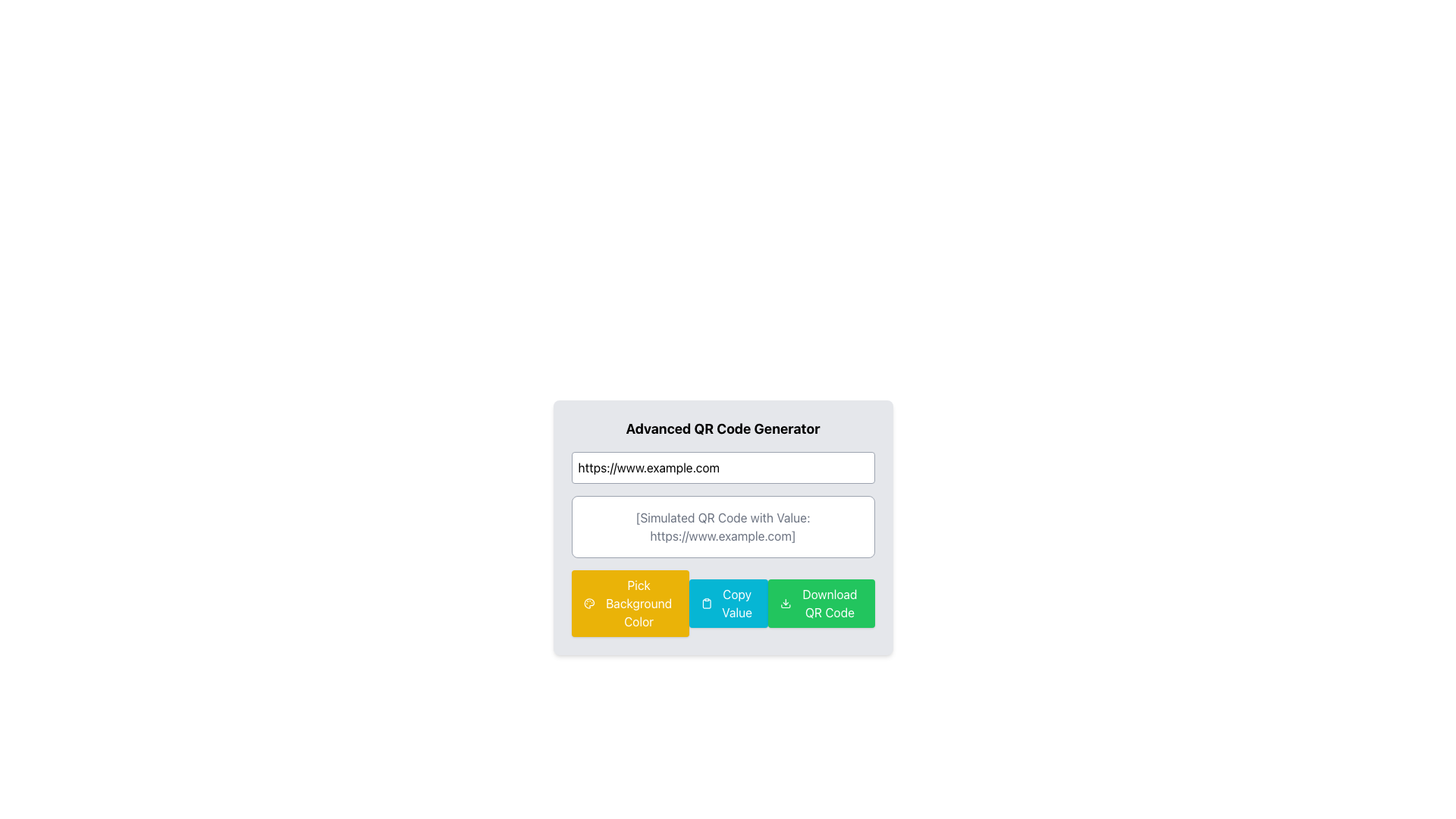 This screenshot has width=1456, height=819. Describe the element at coordinates (722, 526) in the screenshot. I see `the centrally positioned Text Display that provides information about the simulated QR code content, located below the input field and above a row of colored buttons` at that location.